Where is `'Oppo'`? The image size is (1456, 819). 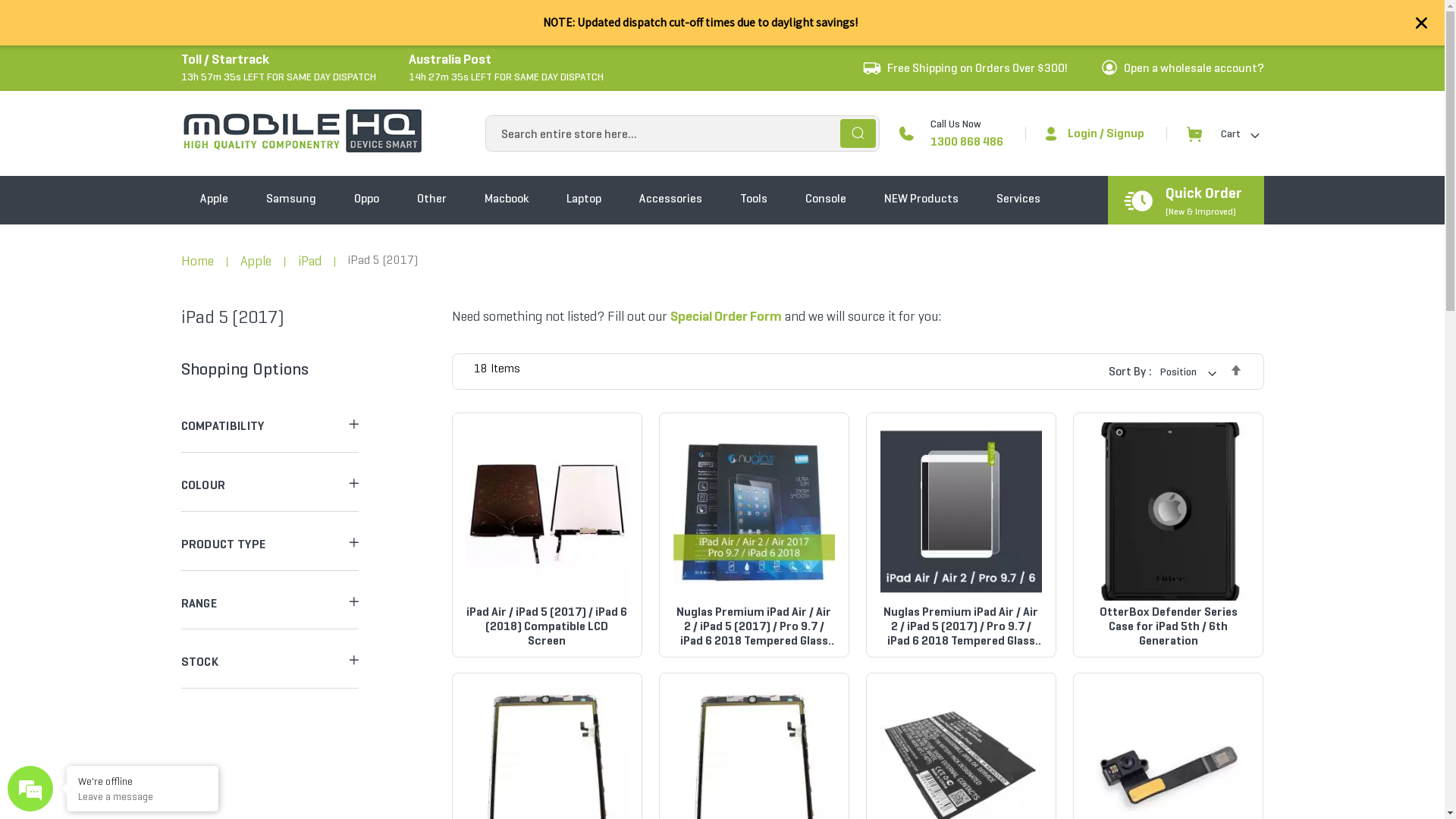
'Oppo' is located at coordinates (366, 153).